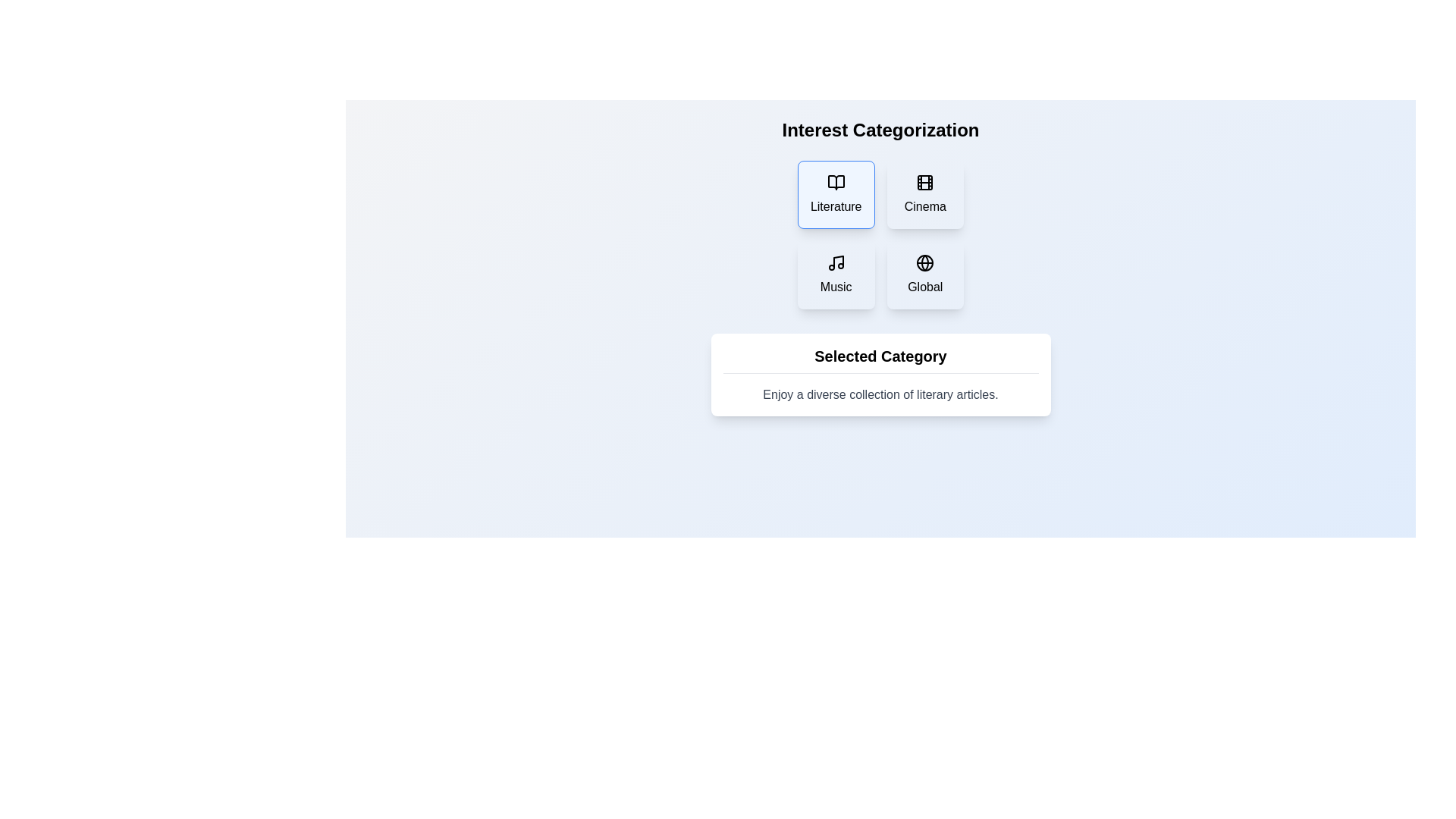 The height and width of the screenshot is (819, 1456). What do you see at coordinates (835, 275) in the screenshot?
I see `the 'Music' category button located in the left-bottom slot of the 2x2 grid under 'Interest Categorization'` at bounding box center [835, 275].